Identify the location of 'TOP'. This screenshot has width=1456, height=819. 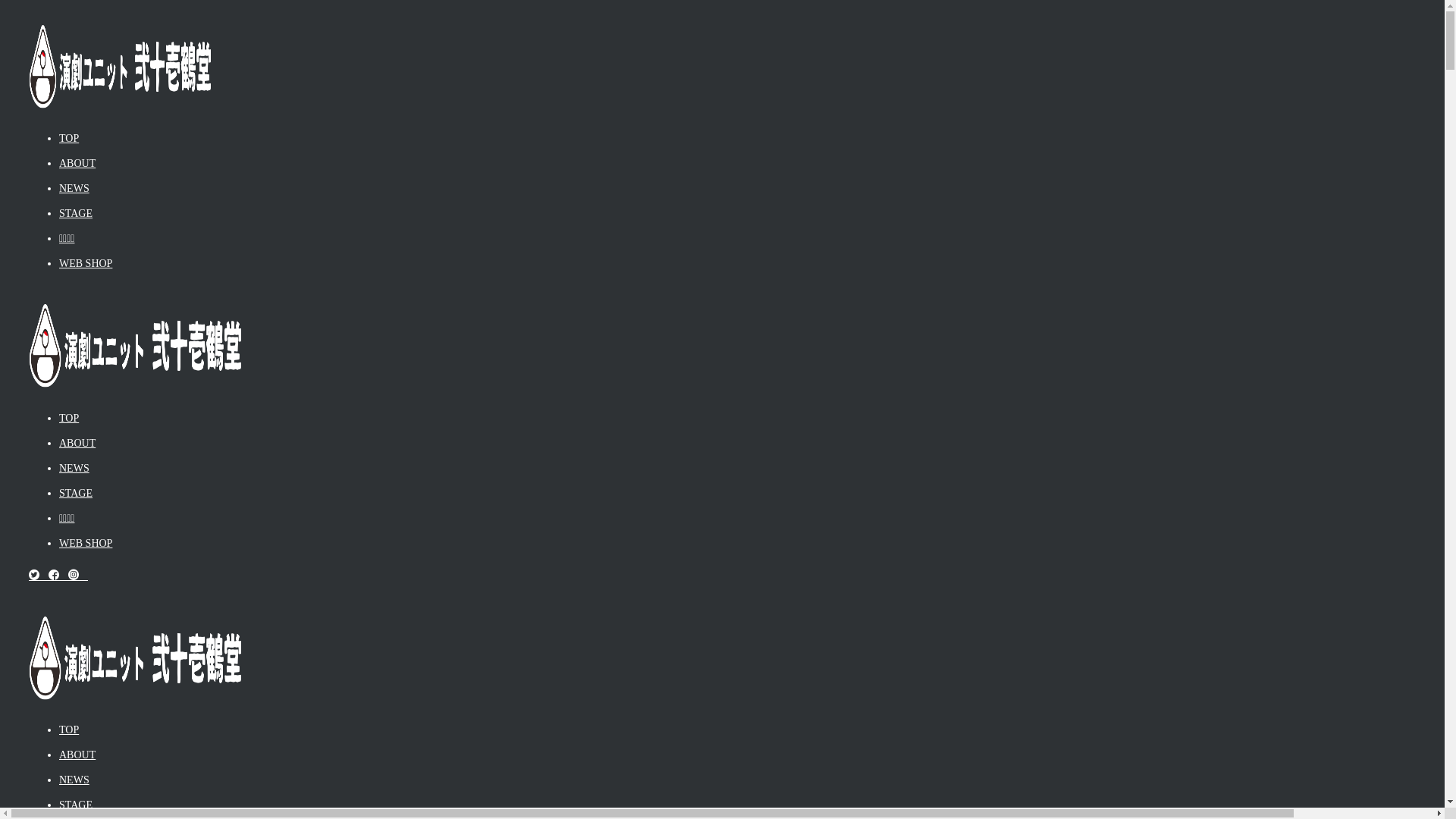
(68, 418).